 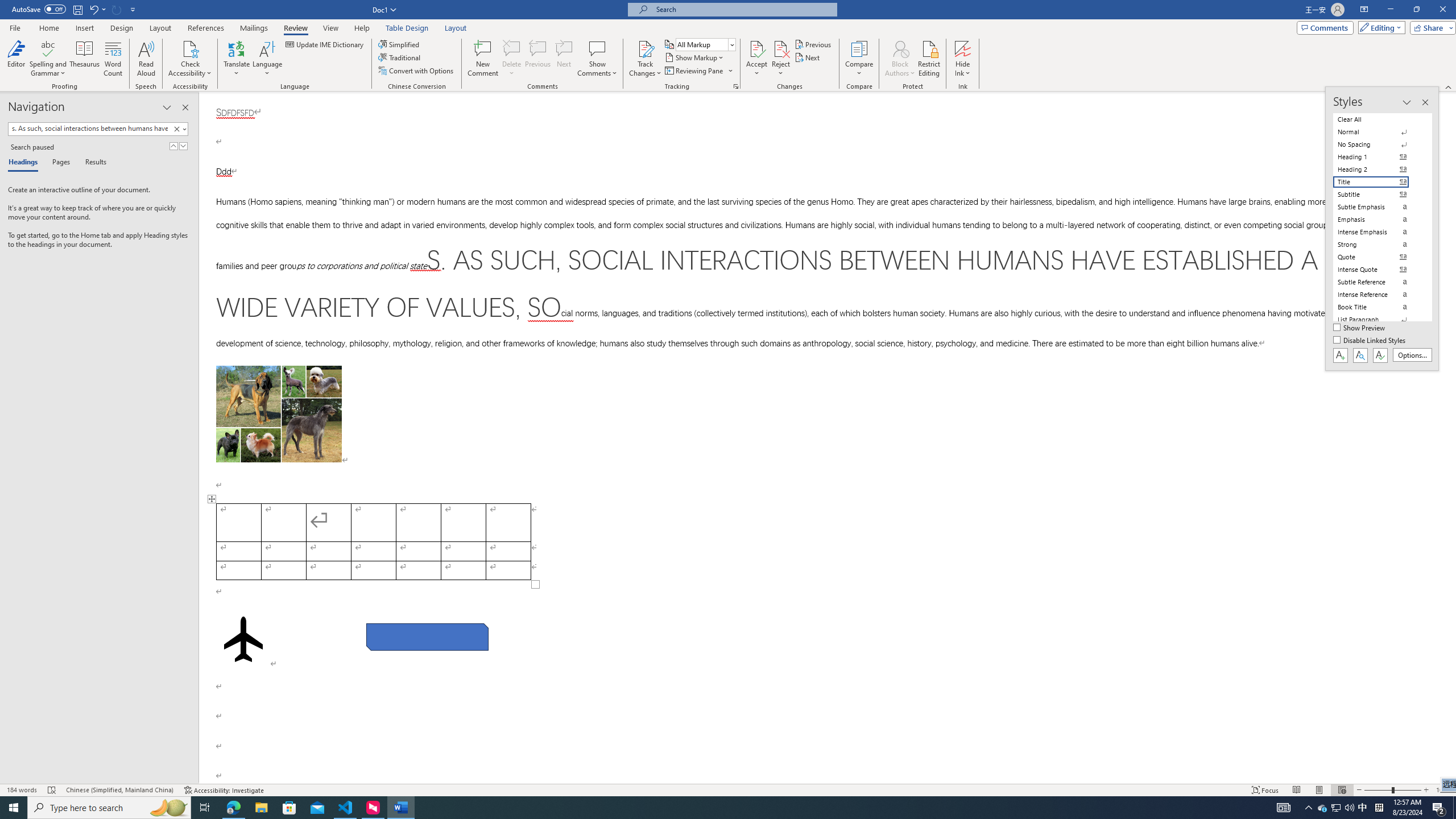 I want to click on 'Show Preview', so click(x=1360, y=328).